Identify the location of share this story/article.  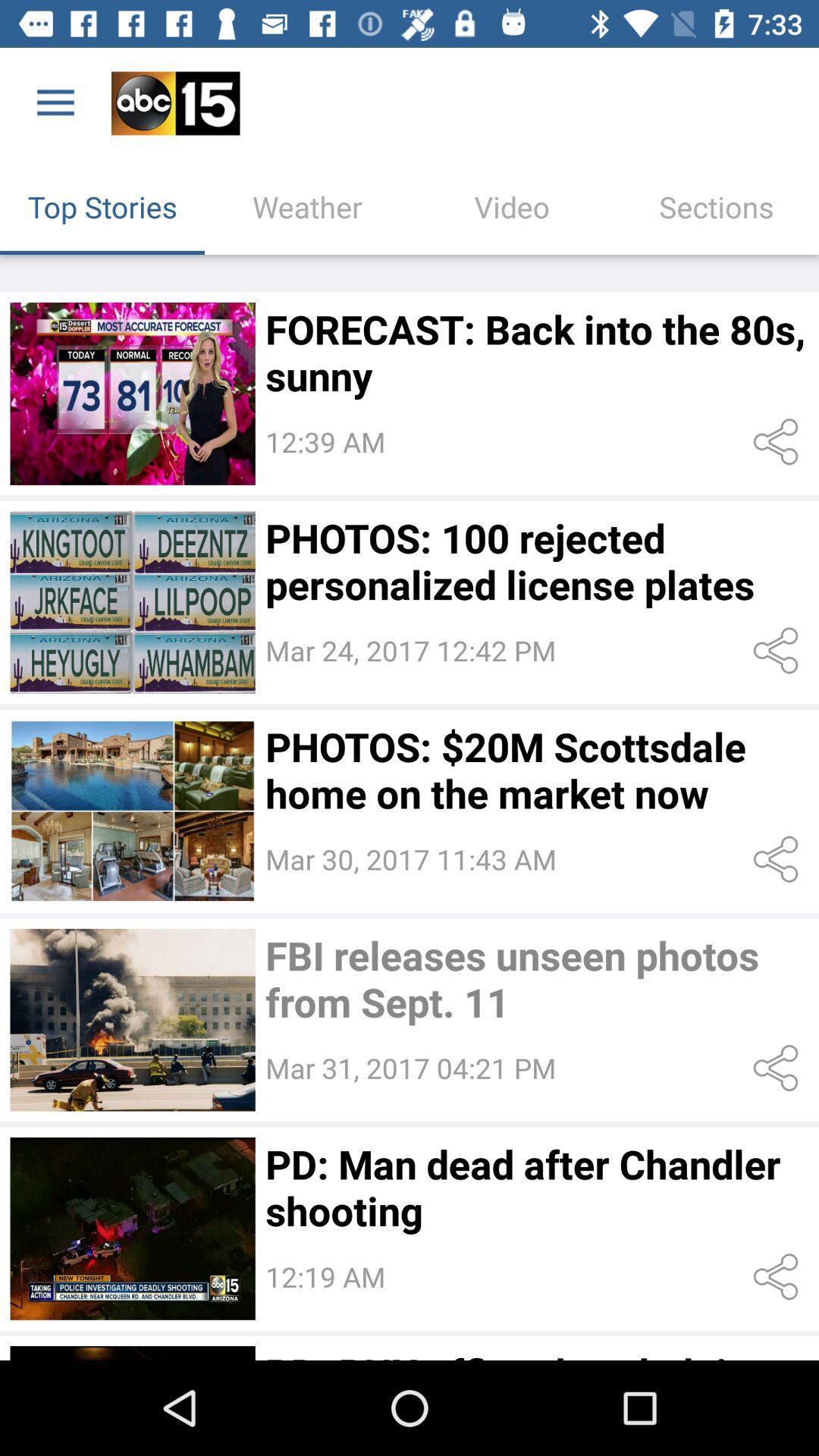
(779, 651).